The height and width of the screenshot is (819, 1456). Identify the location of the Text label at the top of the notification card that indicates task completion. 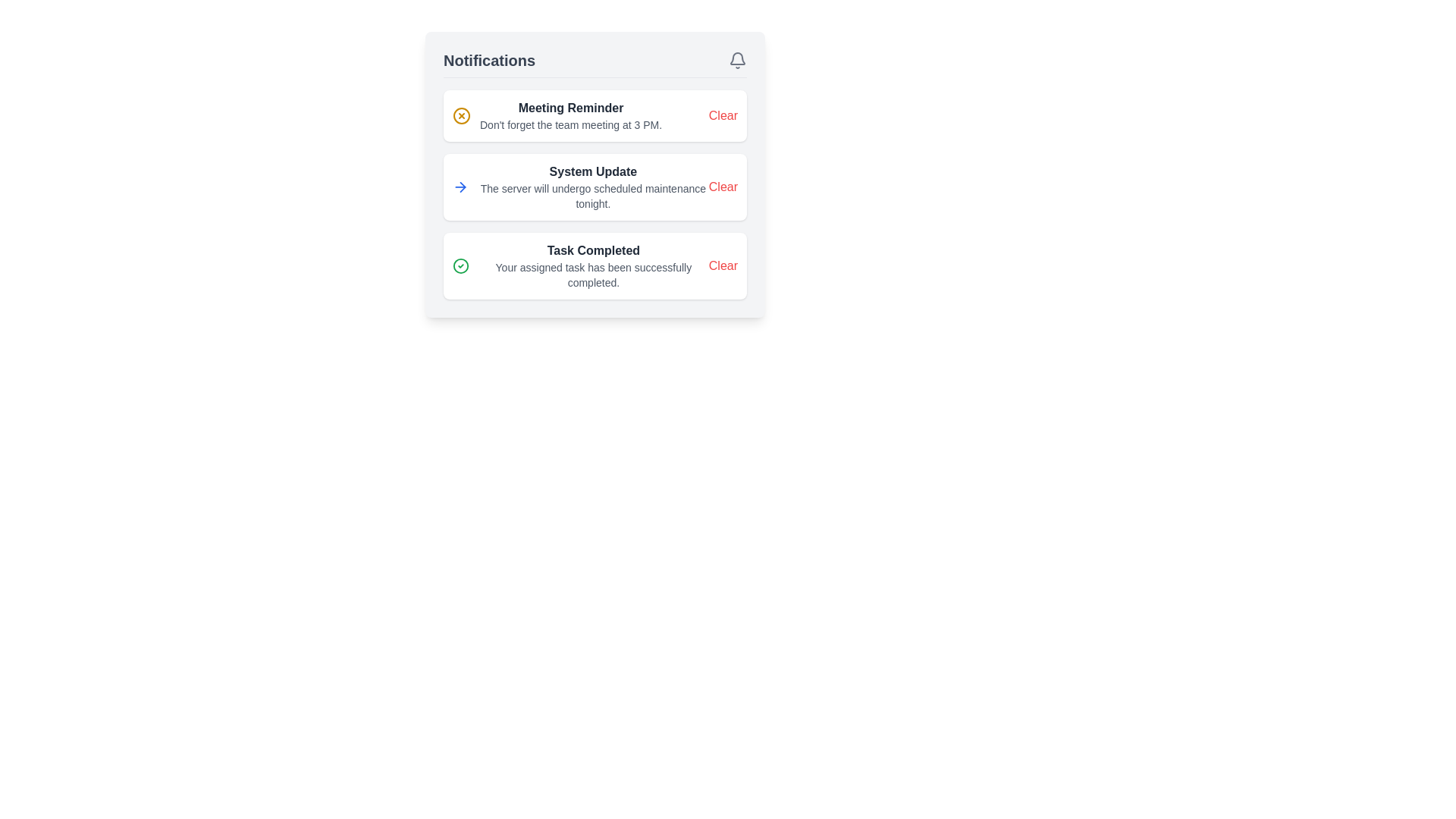
(592, 250).